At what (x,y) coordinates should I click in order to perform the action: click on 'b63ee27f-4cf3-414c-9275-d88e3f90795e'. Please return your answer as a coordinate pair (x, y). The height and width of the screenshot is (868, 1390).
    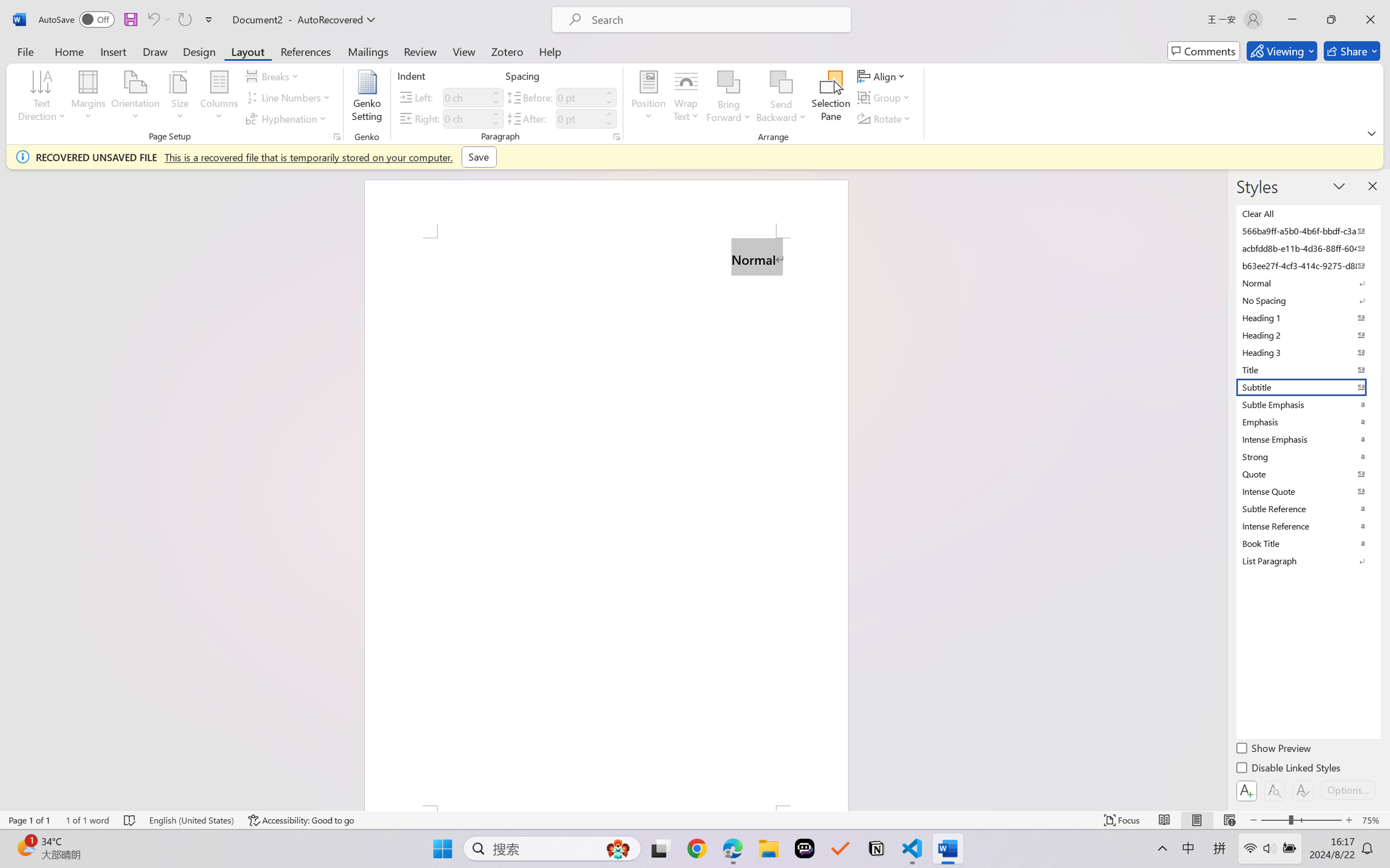
    Looking at the image, I should click on (1307, 265).